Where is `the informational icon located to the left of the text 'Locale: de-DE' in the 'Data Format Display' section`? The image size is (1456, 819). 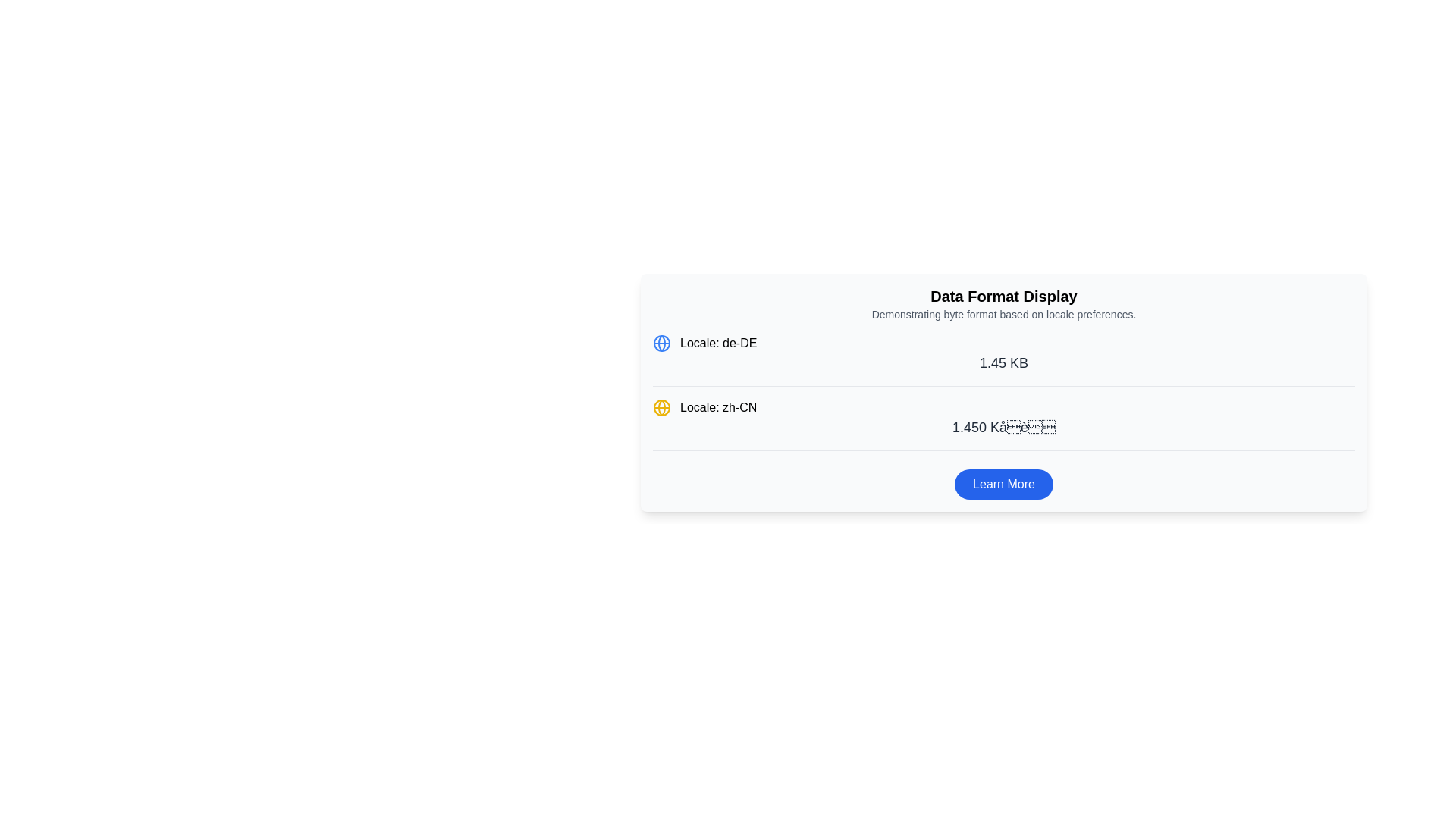 the informational icon located to the left of the text 'Locale: de-DE' in the 'Data Format Display' section is located at coordinates (662, 343).